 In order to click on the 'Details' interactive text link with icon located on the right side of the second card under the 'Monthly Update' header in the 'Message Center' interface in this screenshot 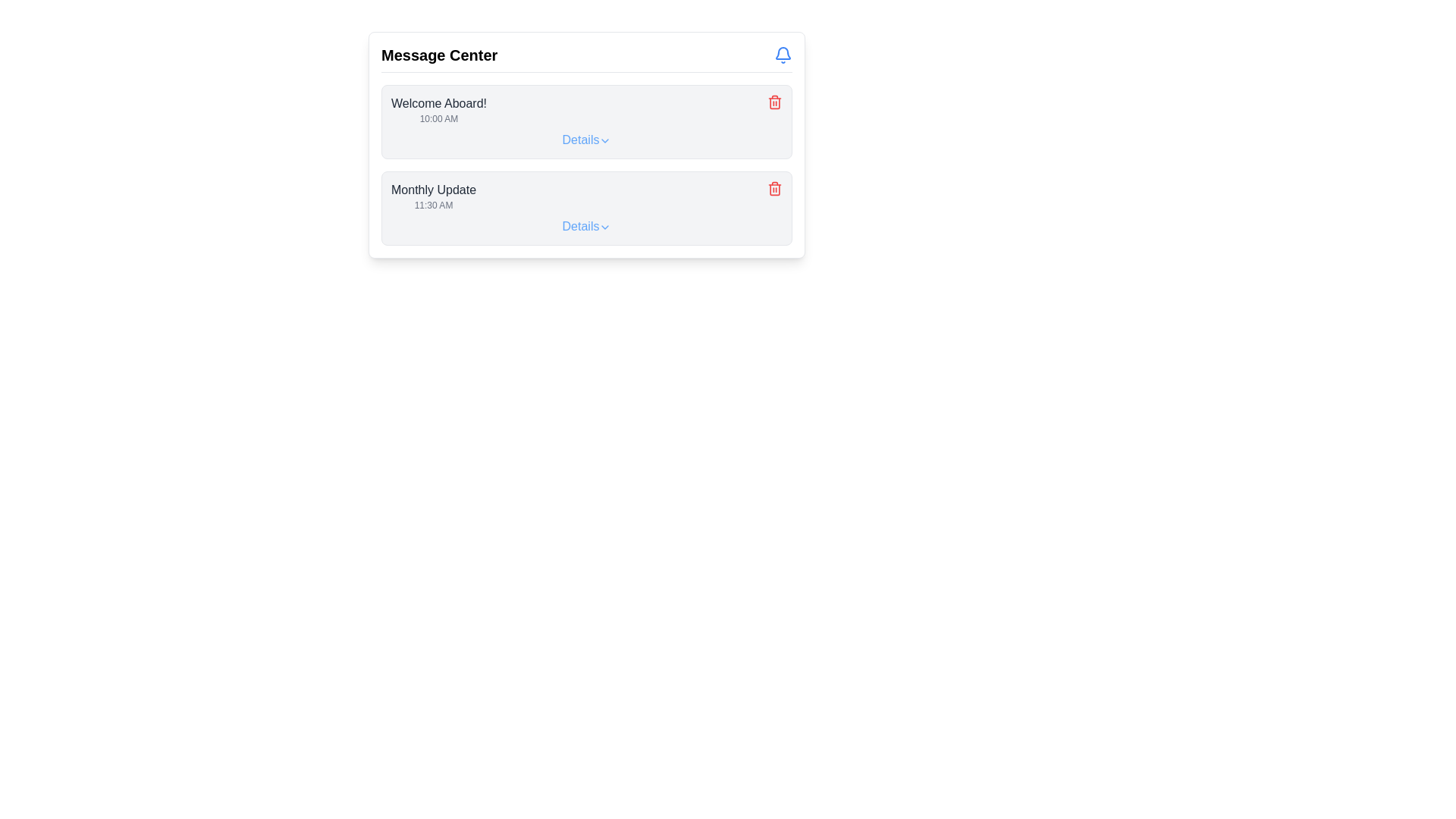, I will do `click(585, 227)`.